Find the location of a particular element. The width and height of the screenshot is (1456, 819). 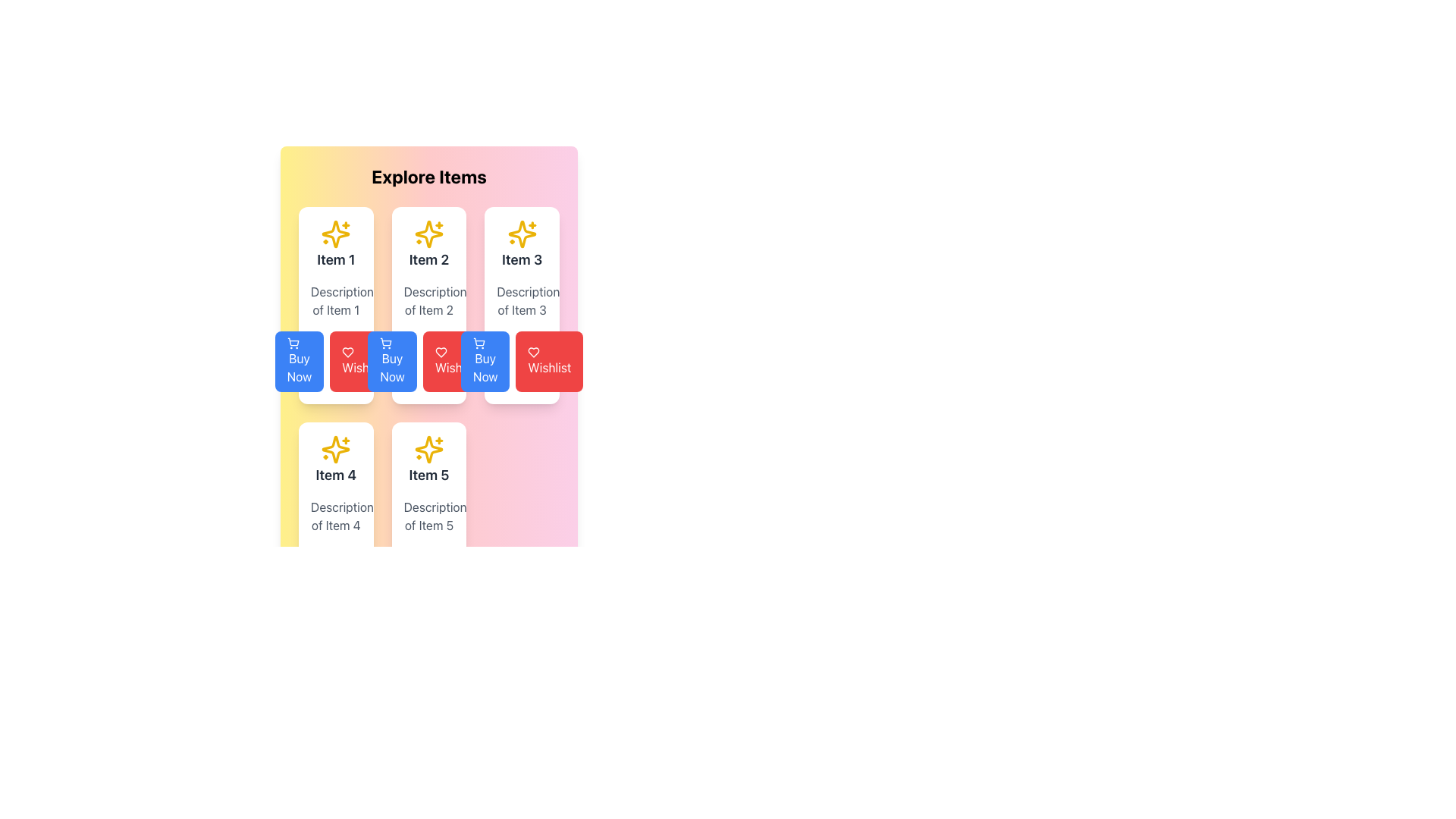

the shopping cart icon that is part of the 'Buy Now' button, located in the top row and second column of the grid layout is located at coordinates (293, 343).